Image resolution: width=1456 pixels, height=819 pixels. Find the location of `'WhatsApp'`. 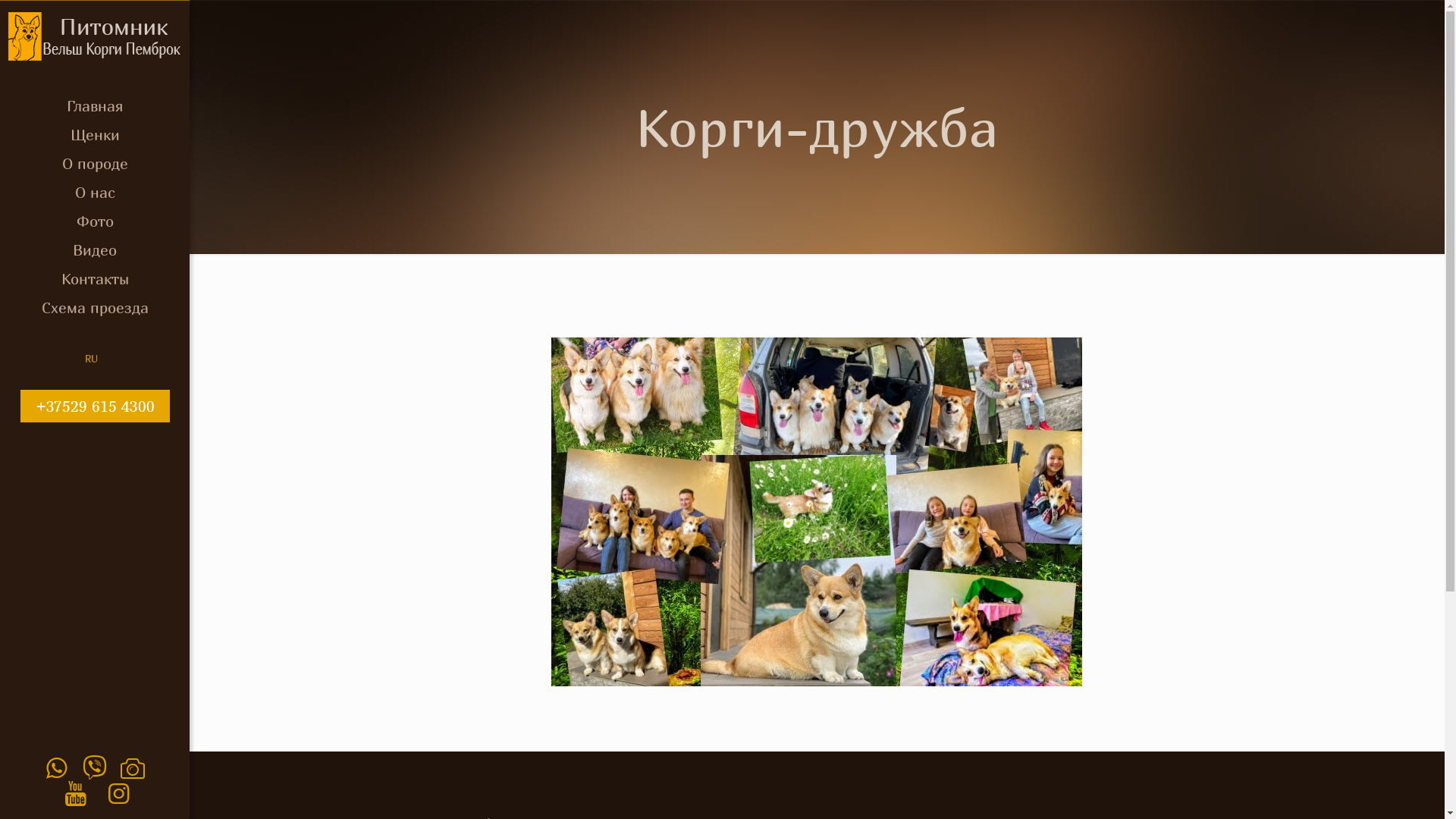

'WhatsApp' is located at coordinates (56, 767).